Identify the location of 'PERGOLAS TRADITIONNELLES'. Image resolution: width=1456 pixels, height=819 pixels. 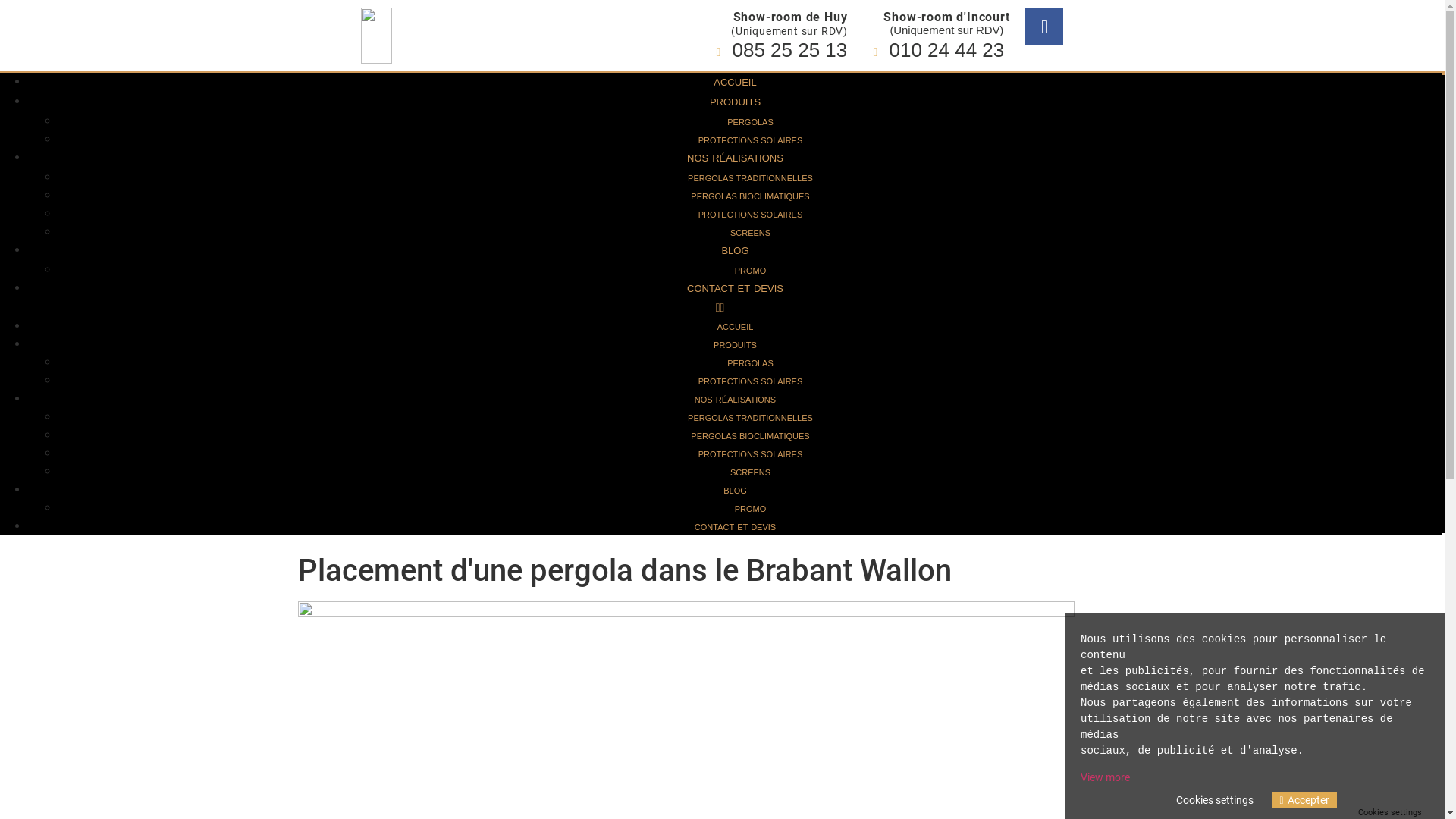
(750, 177).